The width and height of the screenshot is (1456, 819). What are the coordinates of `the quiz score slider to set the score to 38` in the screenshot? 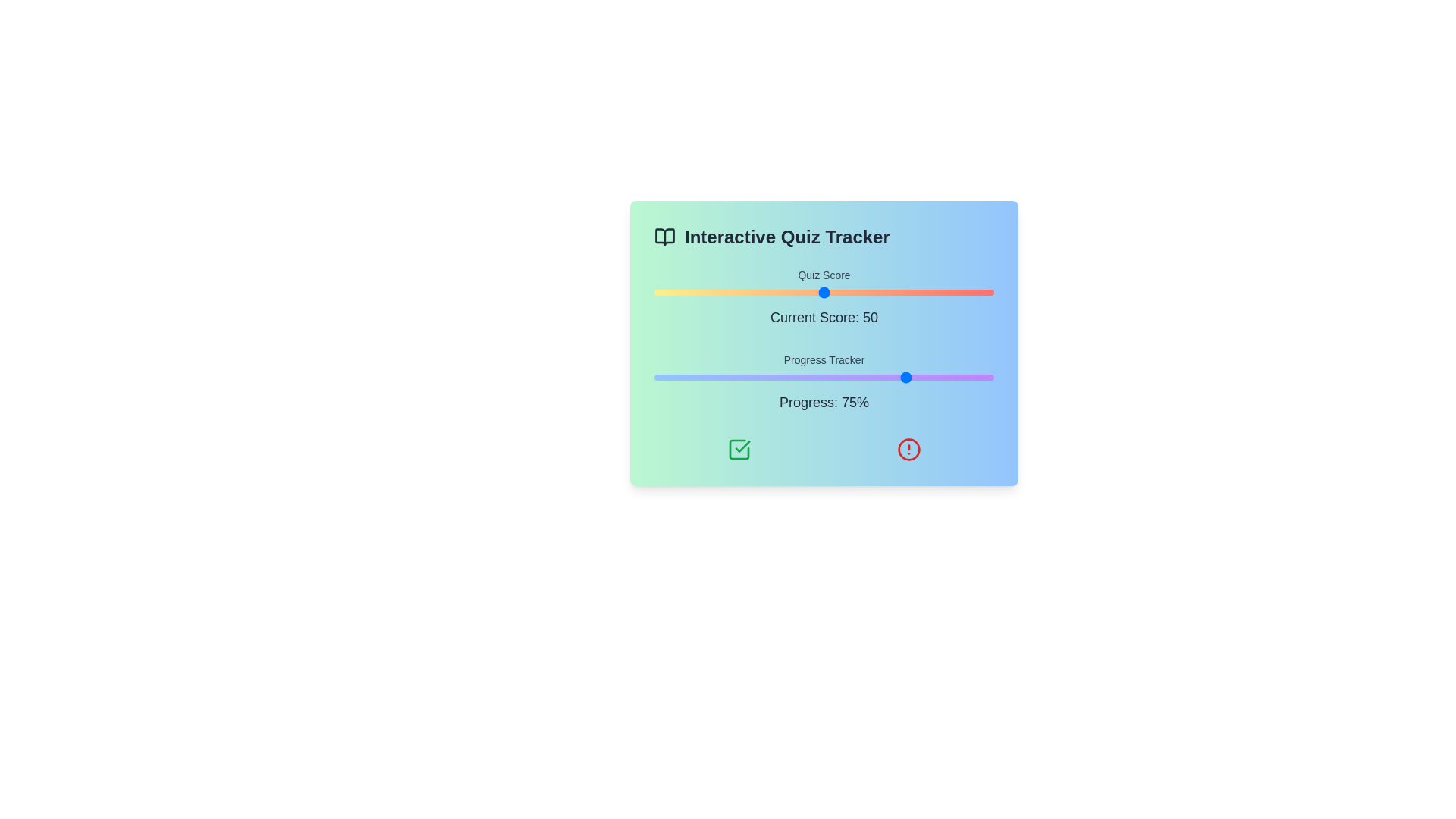 It's located at (783, 292).